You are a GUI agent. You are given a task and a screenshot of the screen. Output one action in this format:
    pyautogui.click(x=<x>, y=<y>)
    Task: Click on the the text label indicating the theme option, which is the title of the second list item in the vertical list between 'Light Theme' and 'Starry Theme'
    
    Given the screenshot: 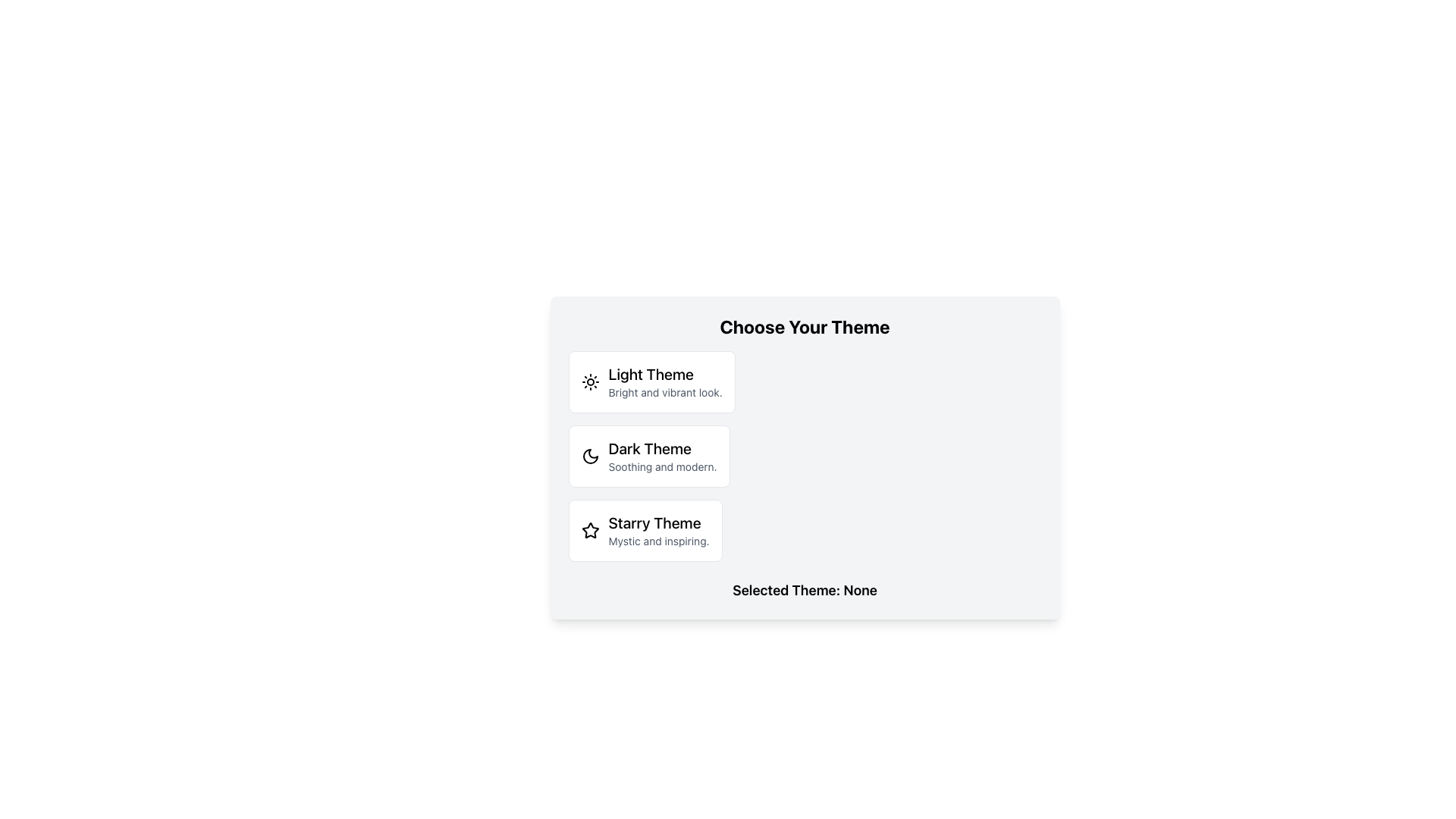 What is the action you would take?
    pyautogui.click(x=663, y=447)
    